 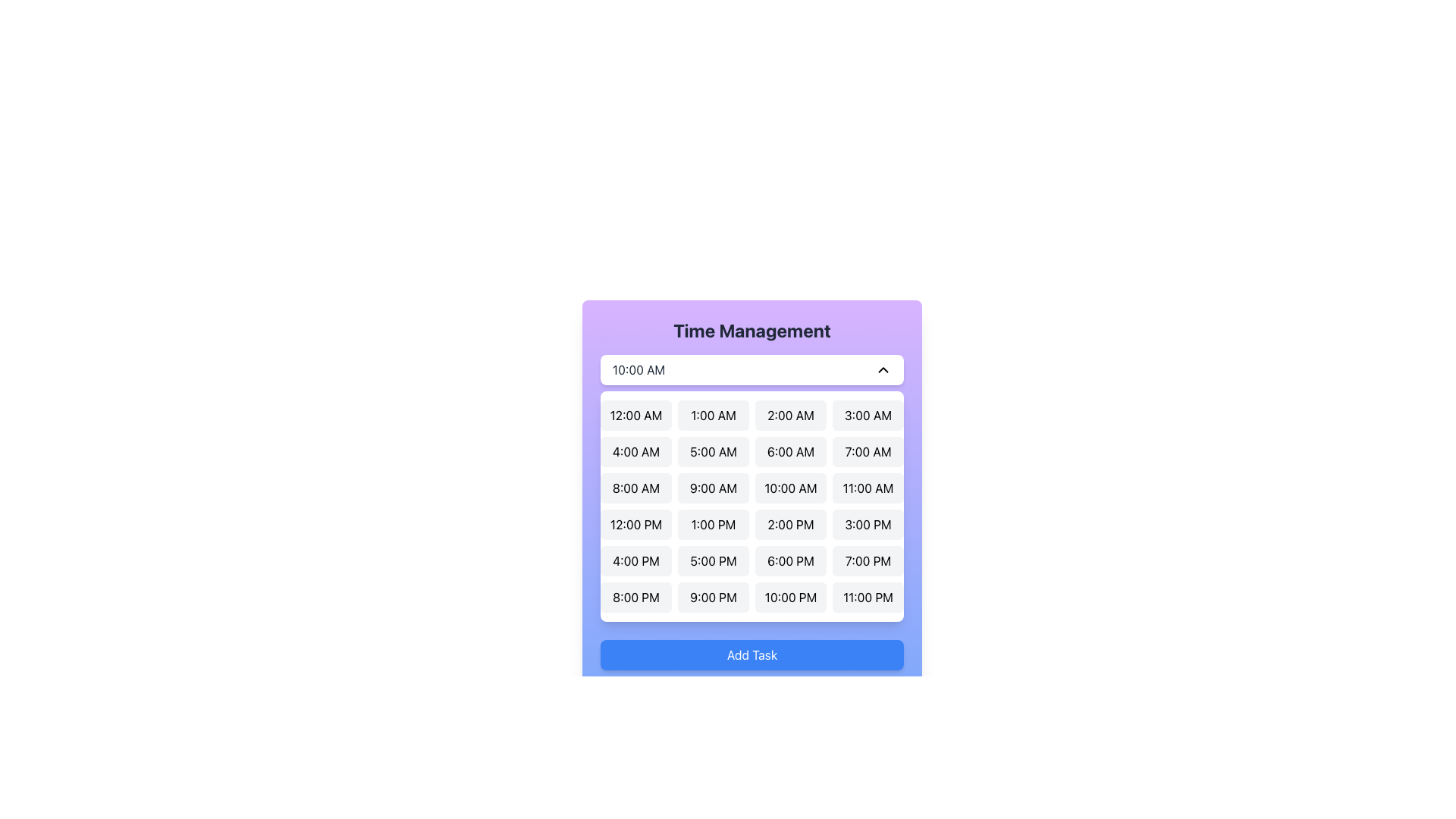 What do you see at coordinates (712, 596) in the screenshot?
I see `the '9:00 PM' button, which is a rectangular button with rounded edges, located in the fourth row and second column of the time slots grid within the purple 'Time Management' card` at bounding box center [712, 596].